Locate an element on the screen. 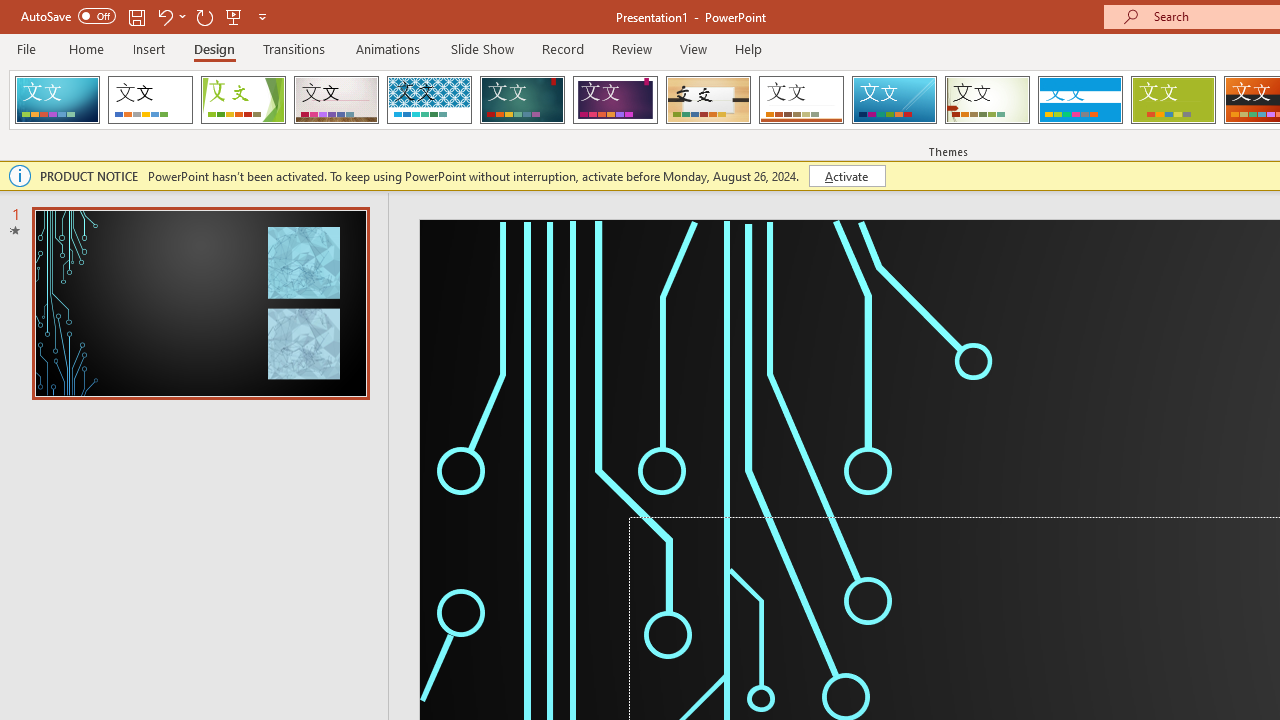  'Ion Boardroom' is located at coordinates (614, 100).